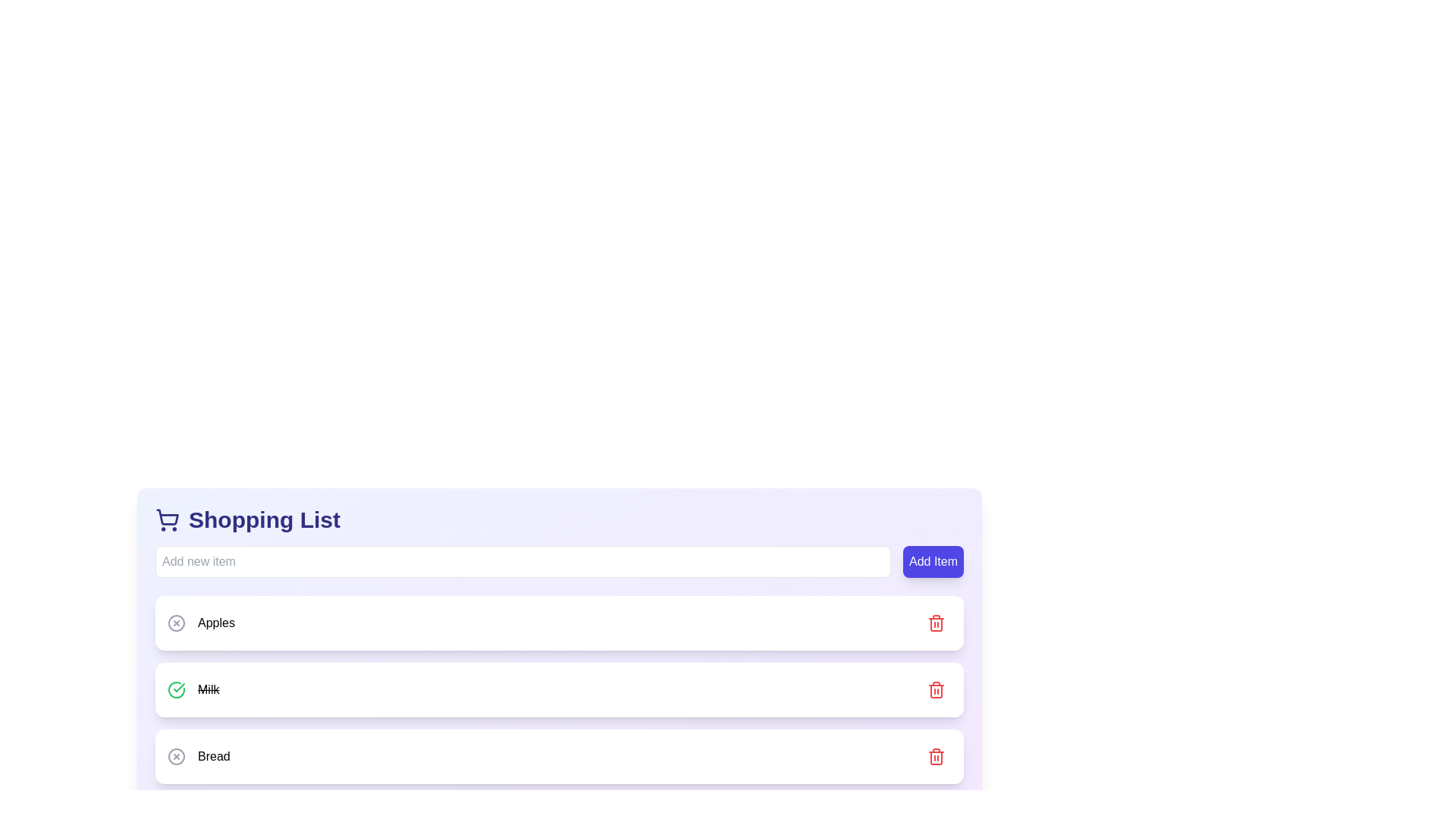 This screenshot has height=819, width=1456. I want to click on text label that says 'Milk' with a strikethrough style, indicating it is marked as completed or inactive, located in the second row of the list interface, so click(208, 690).